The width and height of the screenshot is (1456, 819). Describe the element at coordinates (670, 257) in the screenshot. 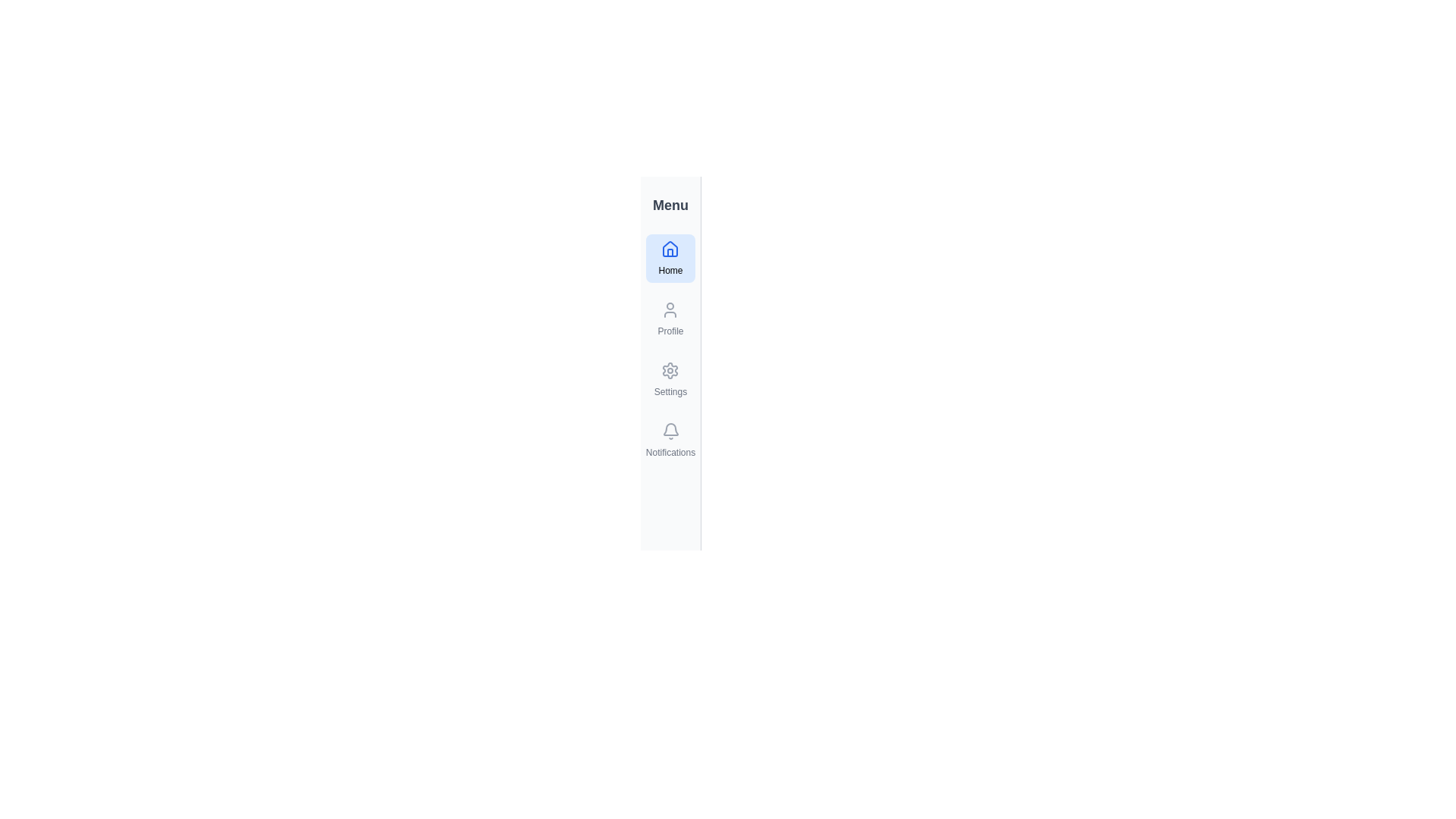

I see `the 'Home' button, which is a light blue rectangular button with a house icon and black text, located at the top of the vertical menu list` at that location.